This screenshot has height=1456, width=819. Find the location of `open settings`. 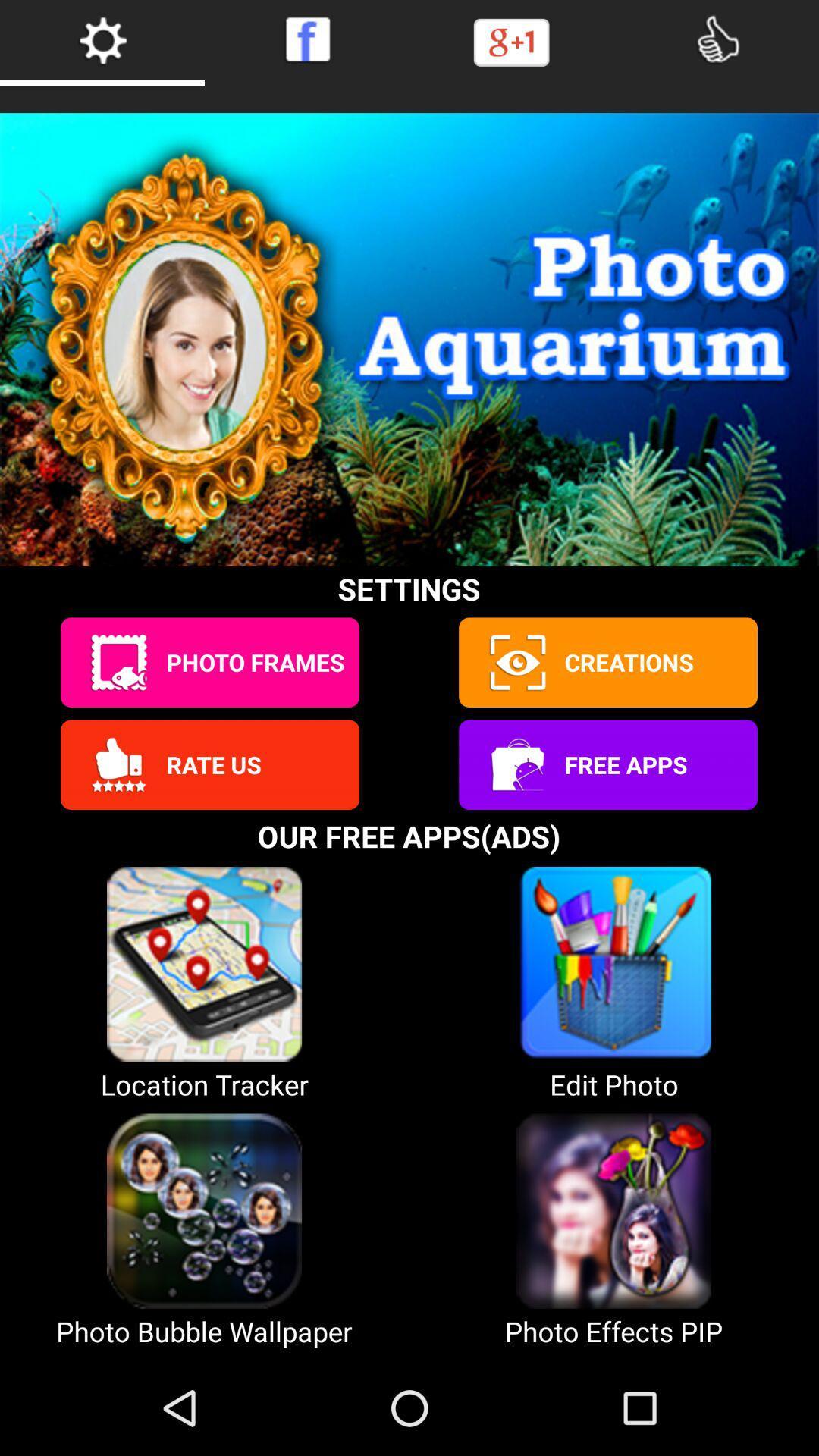

open settings is located at coordinates (102, 39).